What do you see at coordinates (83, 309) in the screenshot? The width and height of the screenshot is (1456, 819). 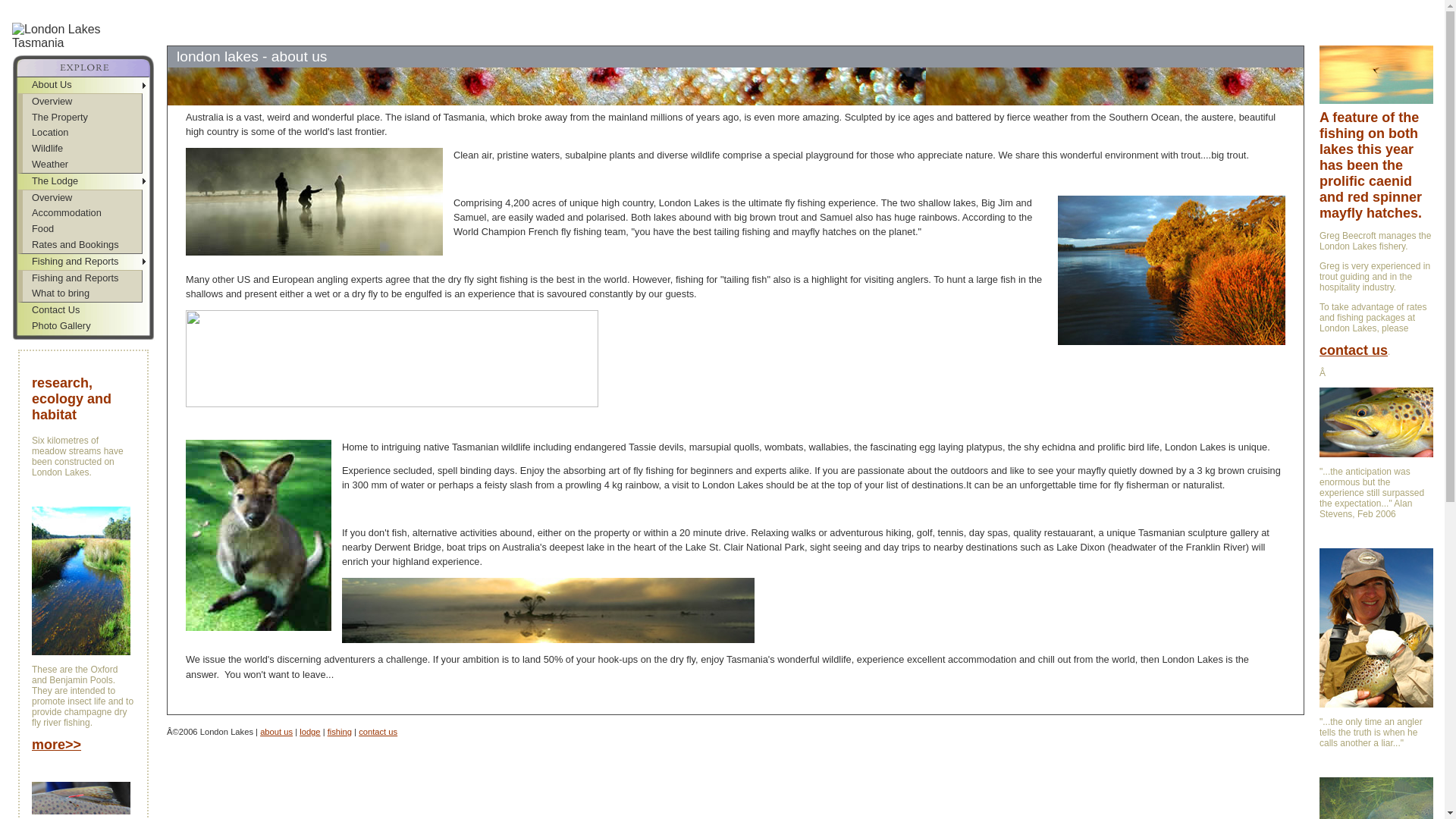 I see `'Contact Us'` at bounding box center [83, 309].